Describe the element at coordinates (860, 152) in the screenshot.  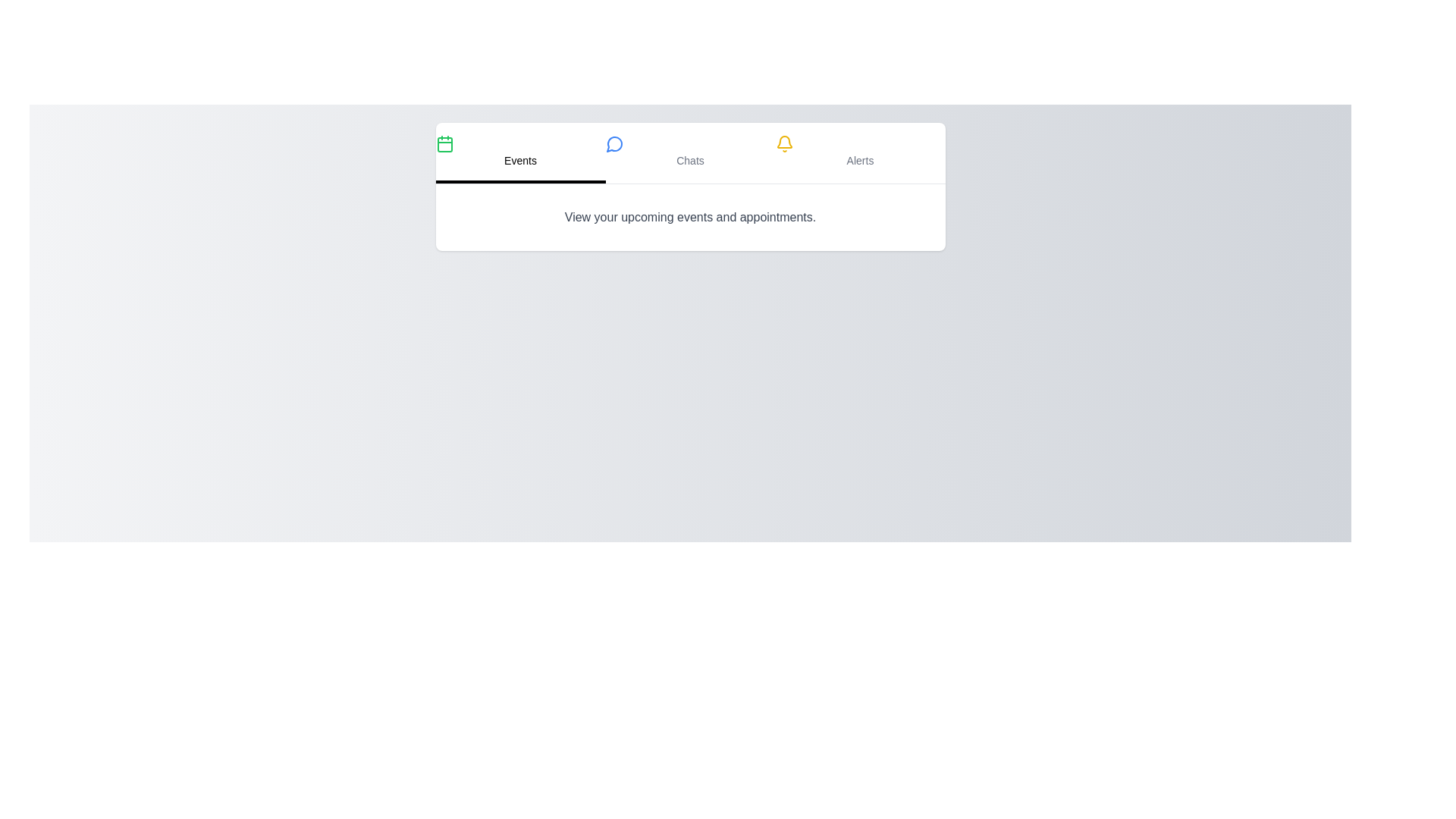
I see `the Alerts tab` at that location.